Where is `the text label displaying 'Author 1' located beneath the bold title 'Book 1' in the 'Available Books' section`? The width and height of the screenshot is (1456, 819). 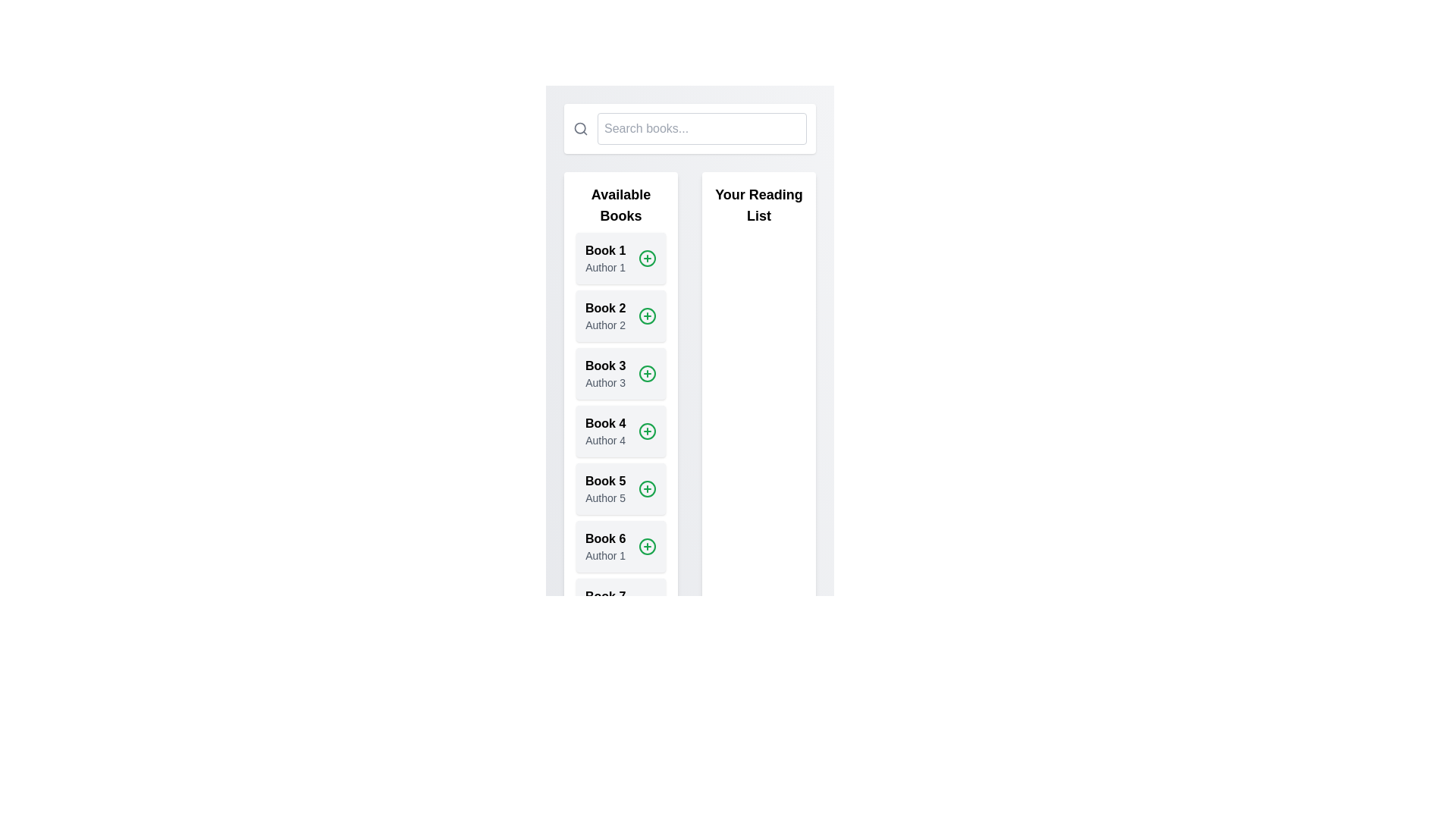
the text label displaying 'Author 1' located beneath the bold title 'Book 1' in the 'Available Books' section is located at coordinates (604, 267).